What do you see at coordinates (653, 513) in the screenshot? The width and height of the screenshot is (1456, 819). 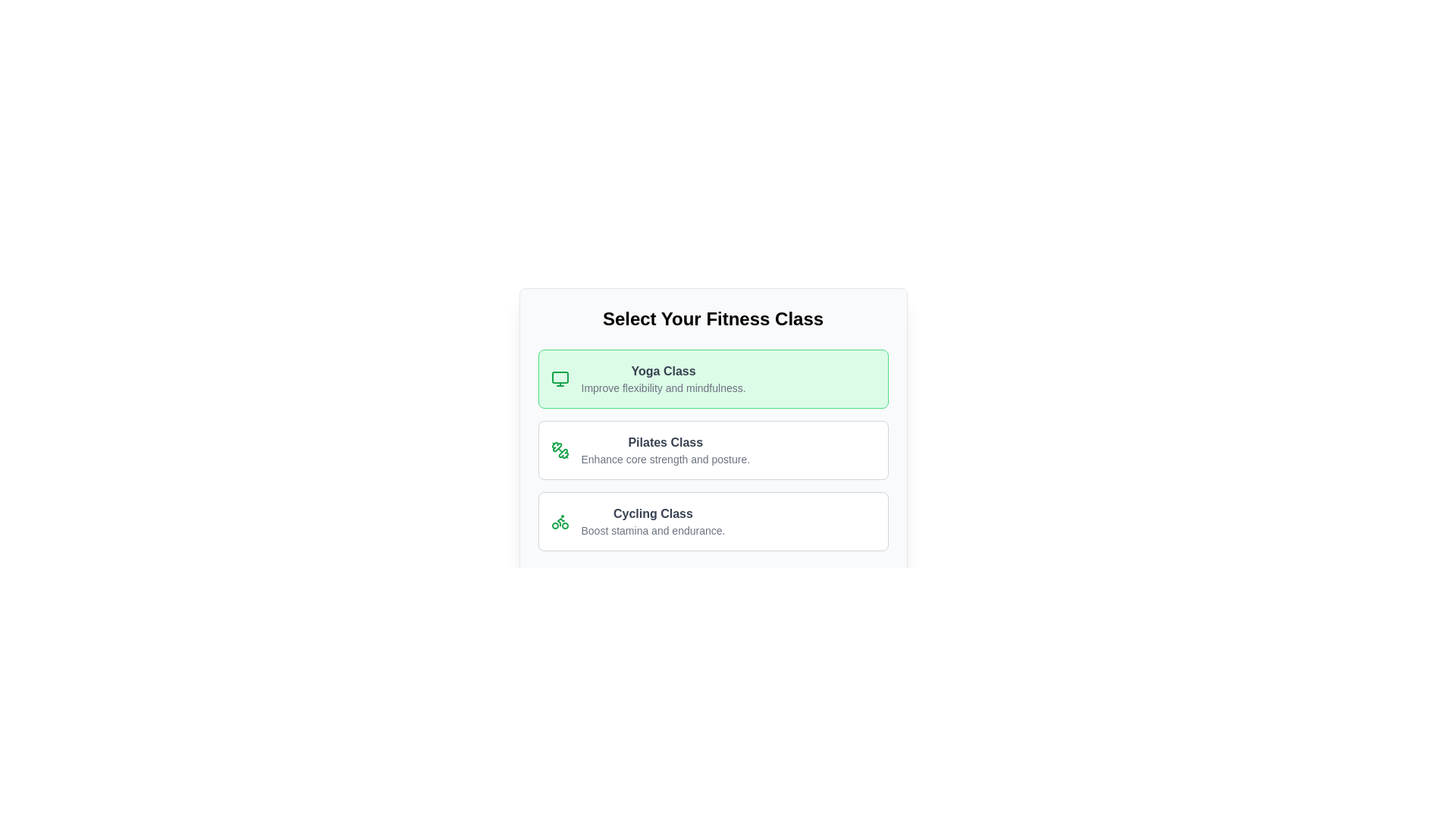 I see `bold text label saying 'Cycling Class' located at the top of the third section of the fitness class options list` at bounding box center [653, 513].